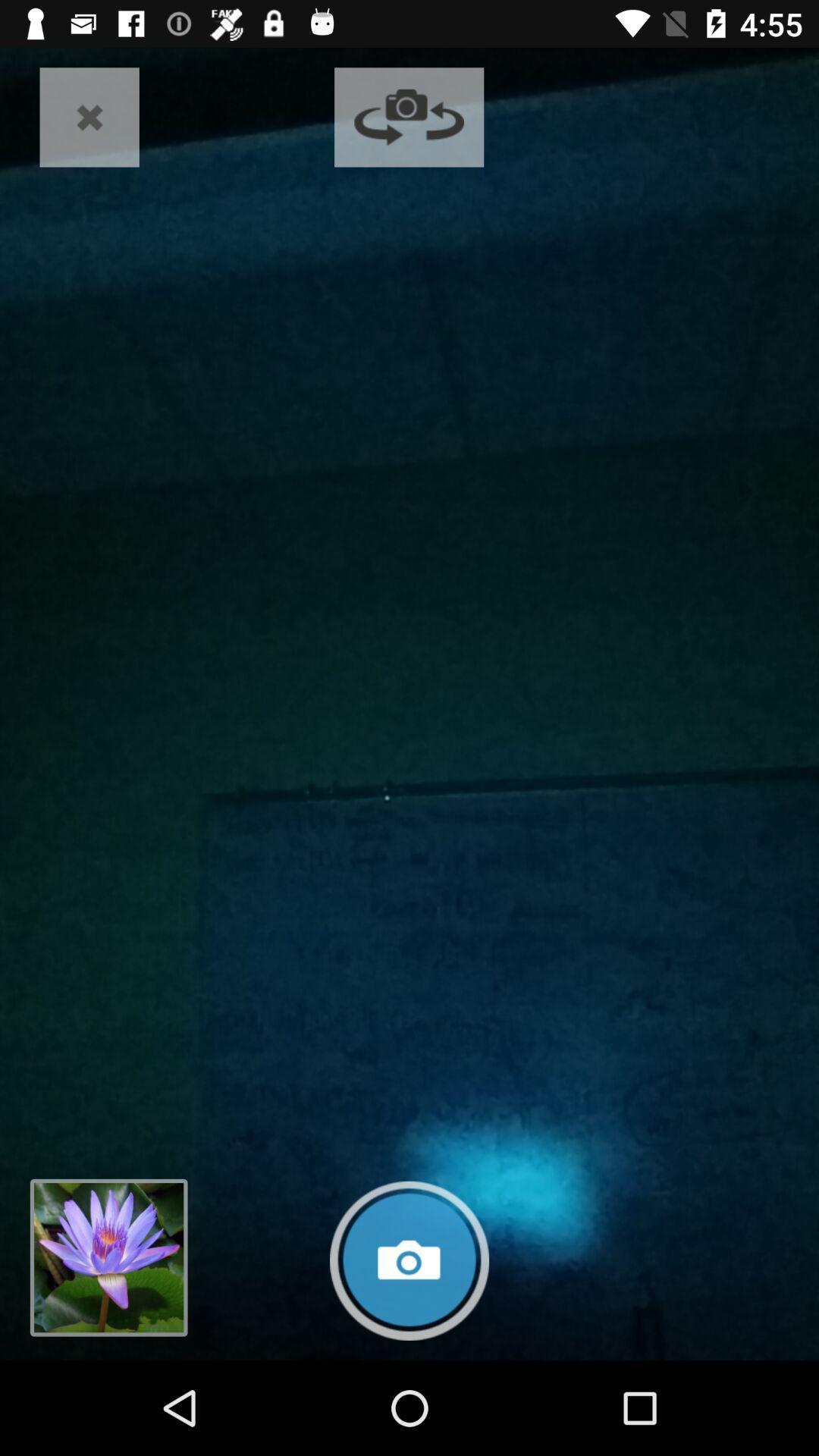 This screenshot has width=819, height=1456. What do you see at coordinates (89, 116) in the screenshot?
I see `the app` at bounding box center [89, 116].